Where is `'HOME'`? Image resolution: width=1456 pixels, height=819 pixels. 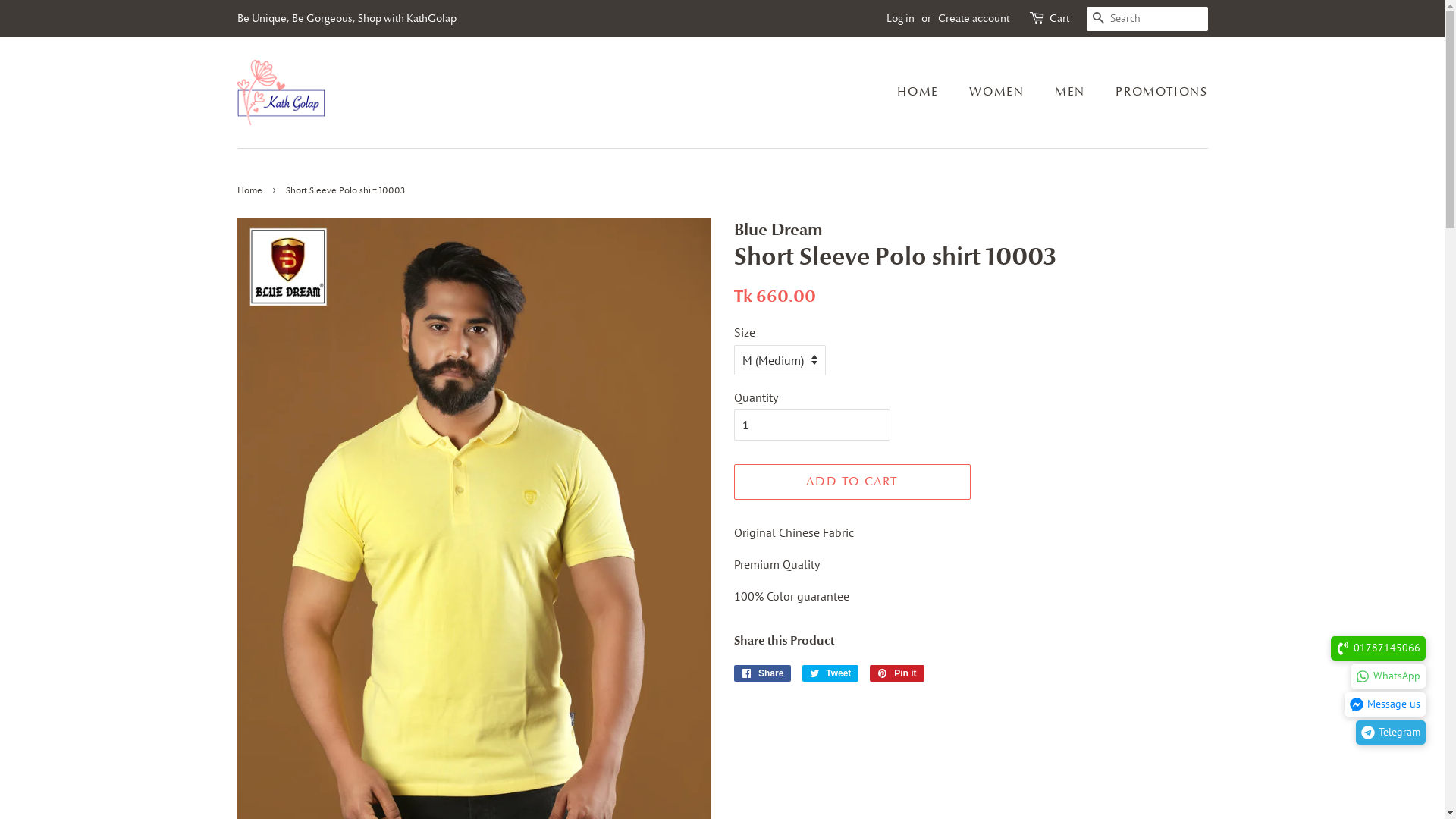
'HOME' is located at coordinates (896, 92).